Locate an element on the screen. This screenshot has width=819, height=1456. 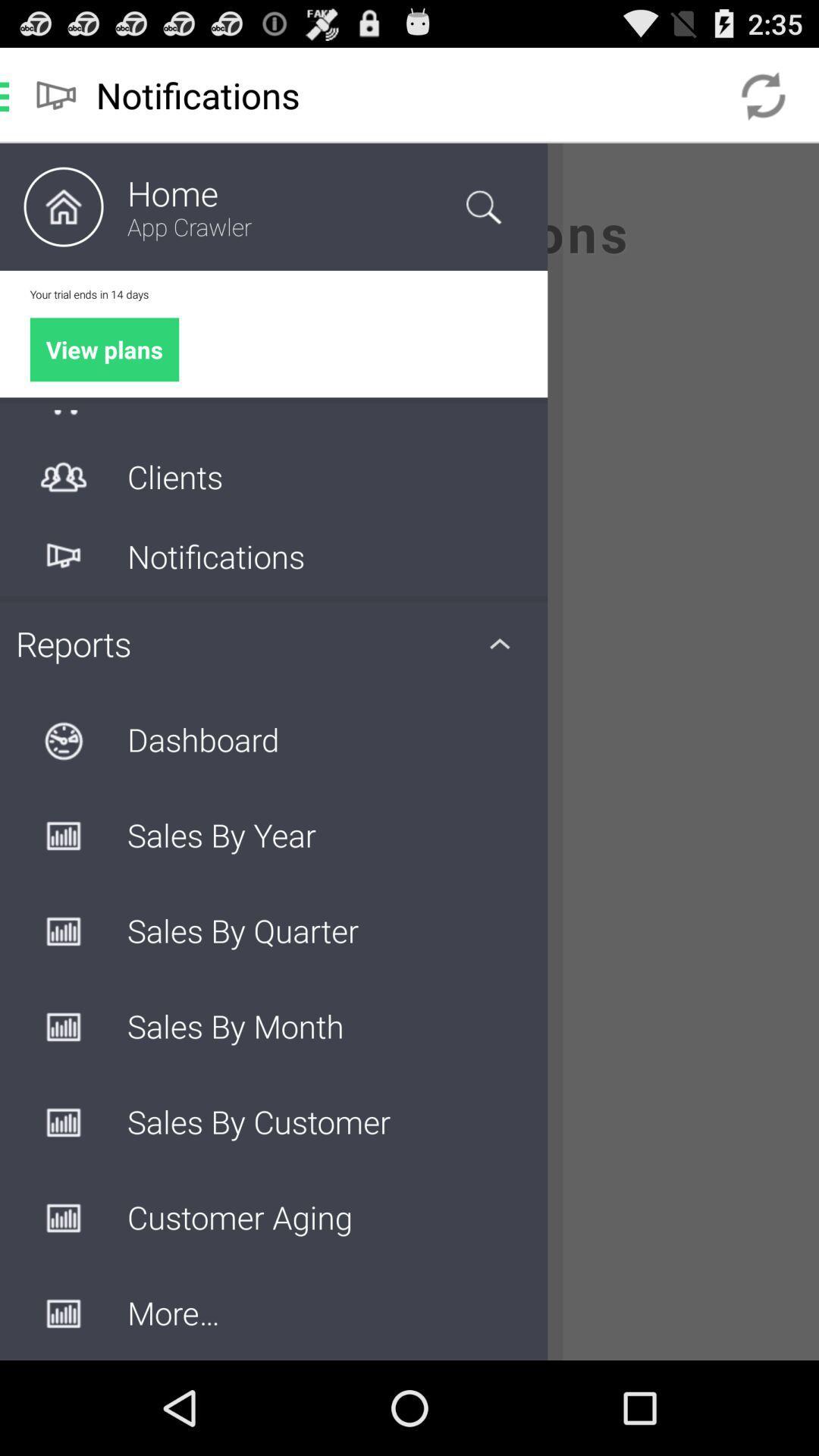
the home icon is located at coordinates (63, 221).